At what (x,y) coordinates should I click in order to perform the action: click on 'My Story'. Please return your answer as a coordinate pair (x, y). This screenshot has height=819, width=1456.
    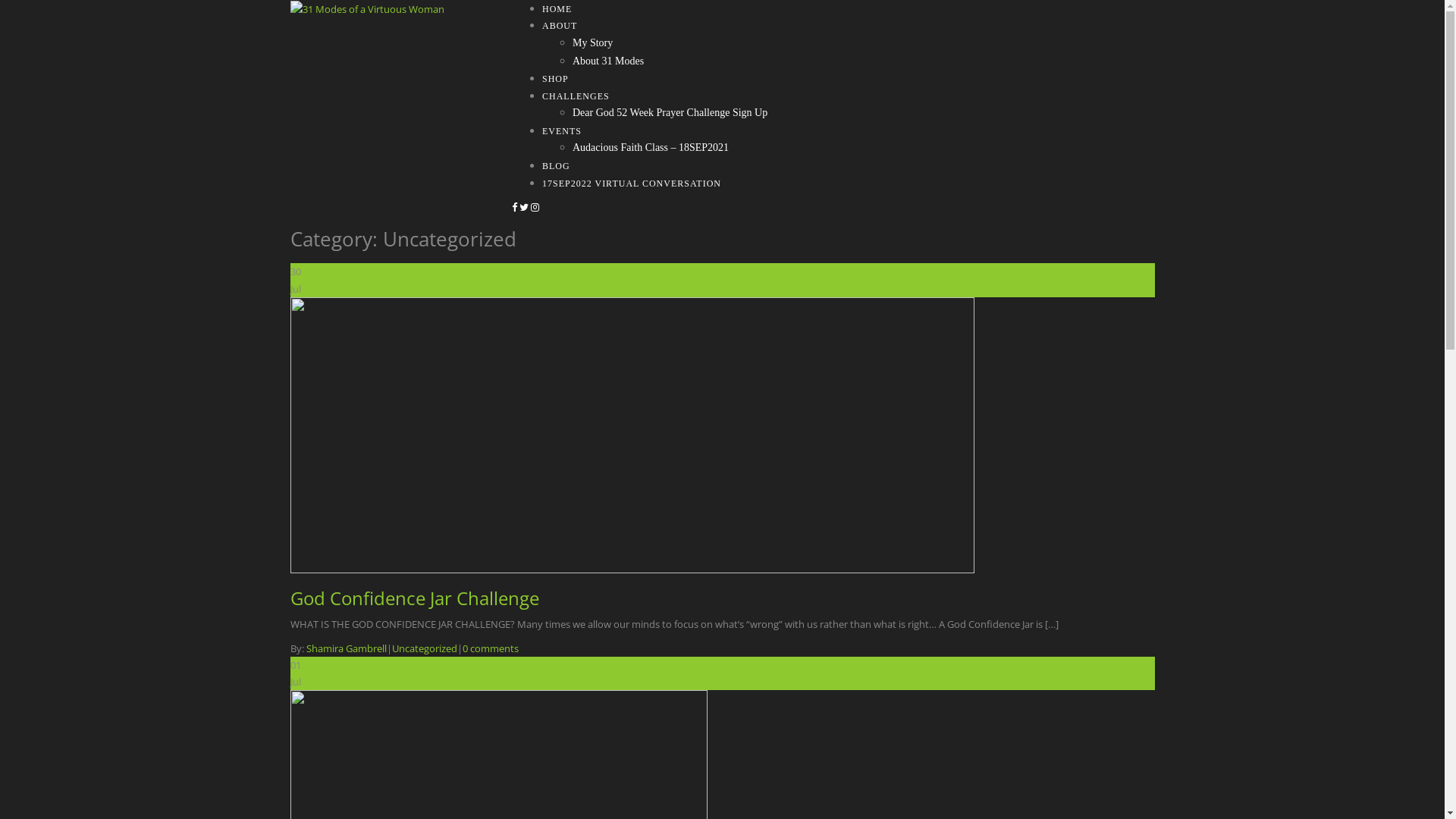
    Looking at the image, I should click on (591, 42).